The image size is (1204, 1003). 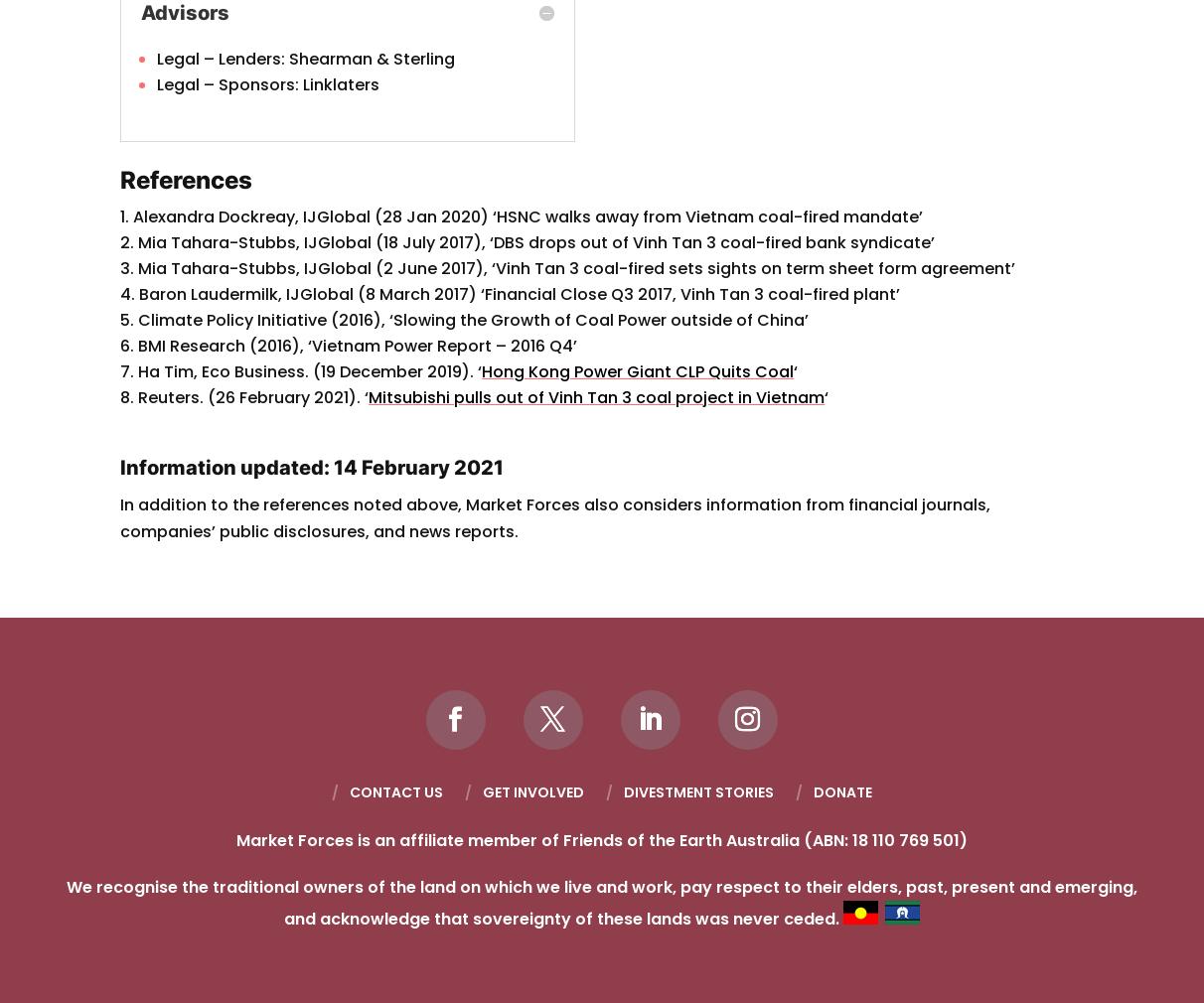 I want to click on 'Contact us', so click(x=395, y=790).